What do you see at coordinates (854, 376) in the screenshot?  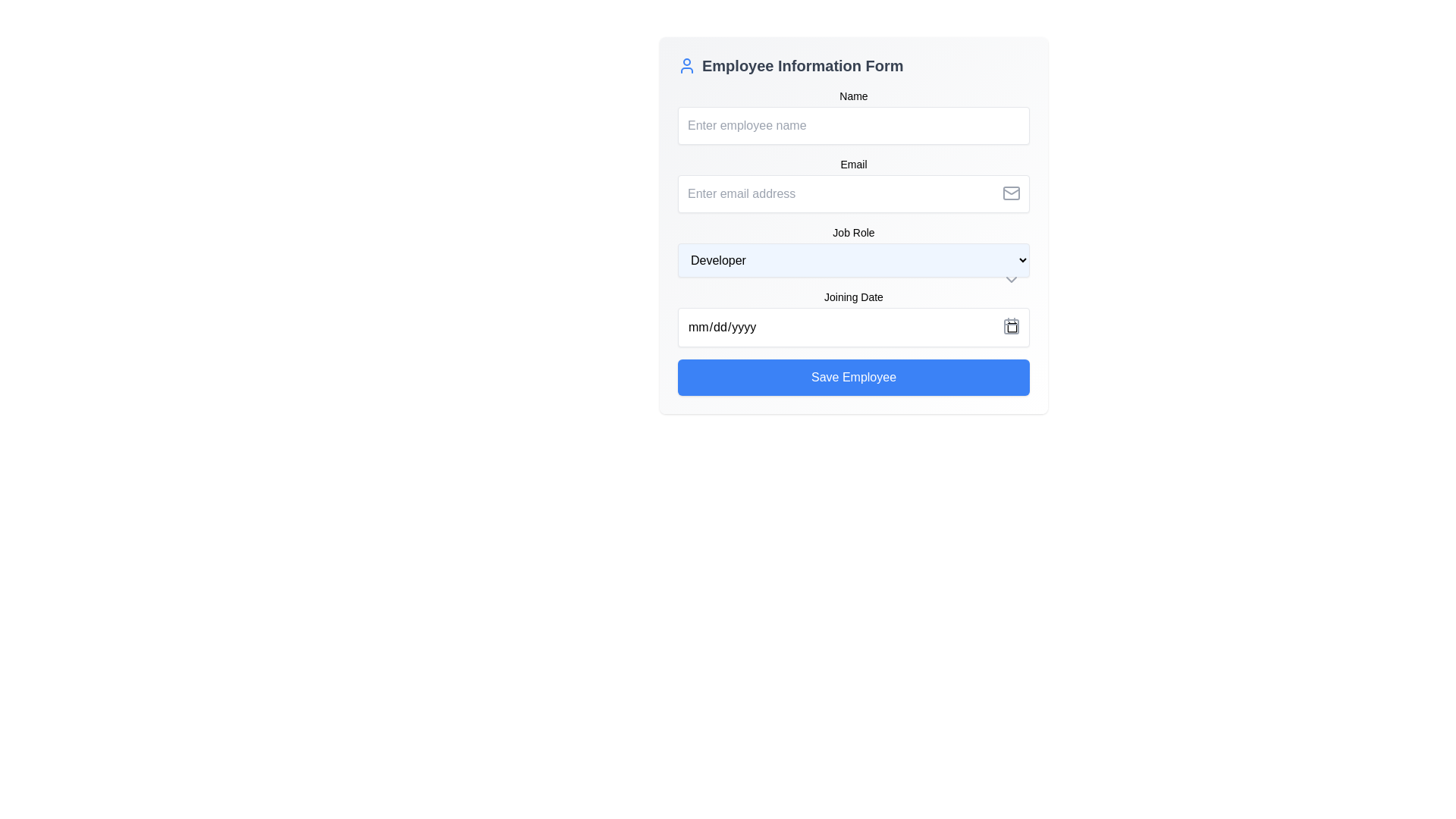 I see `the save button located at the bottom of the form layout` at bounding box center [854, 376].